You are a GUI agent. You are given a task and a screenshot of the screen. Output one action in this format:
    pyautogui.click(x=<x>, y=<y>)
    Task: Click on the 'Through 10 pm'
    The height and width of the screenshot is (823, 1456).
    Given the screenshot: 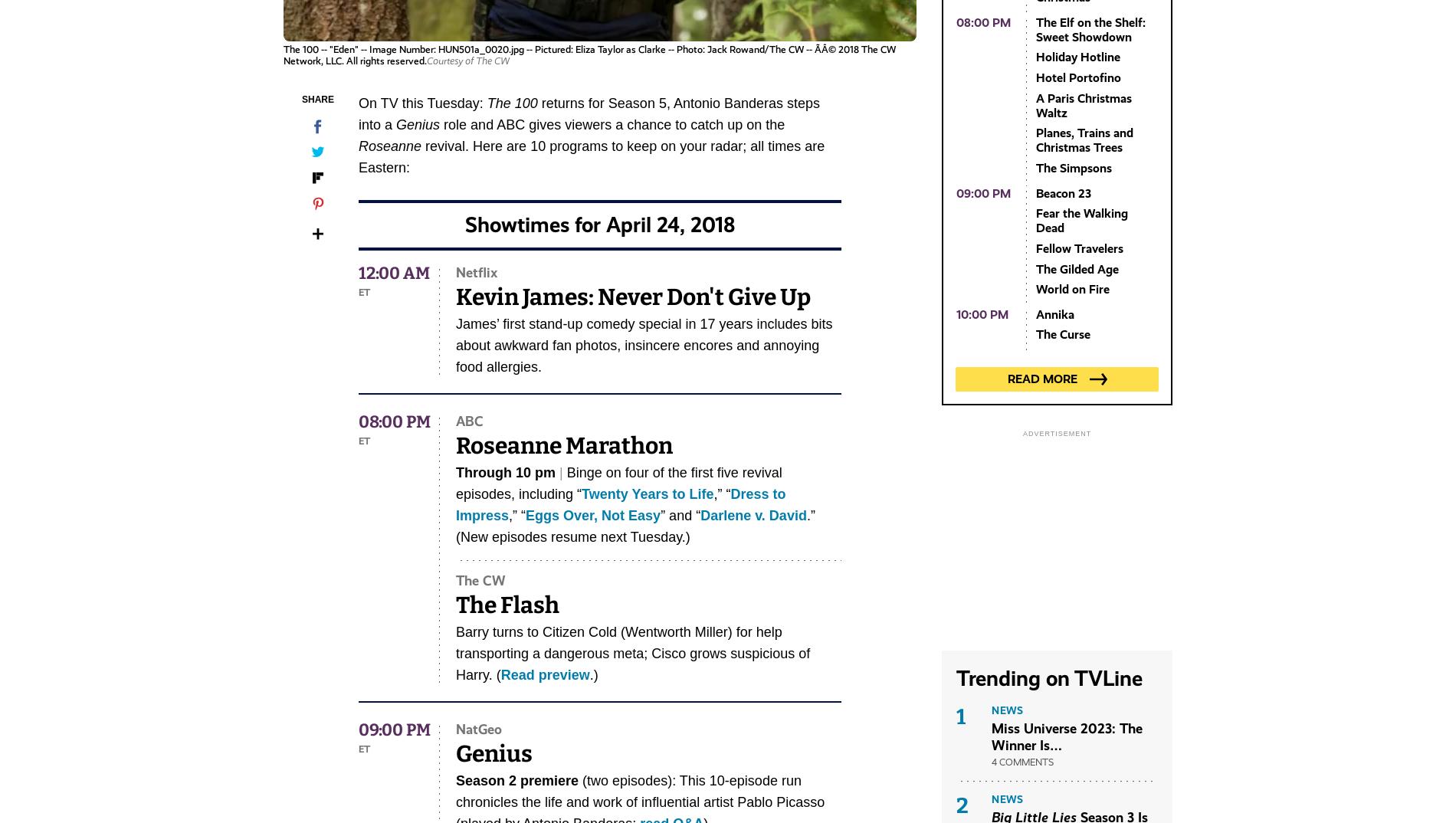 What is the action you would take?
    pyautogui.click(x=506, y=473)
    